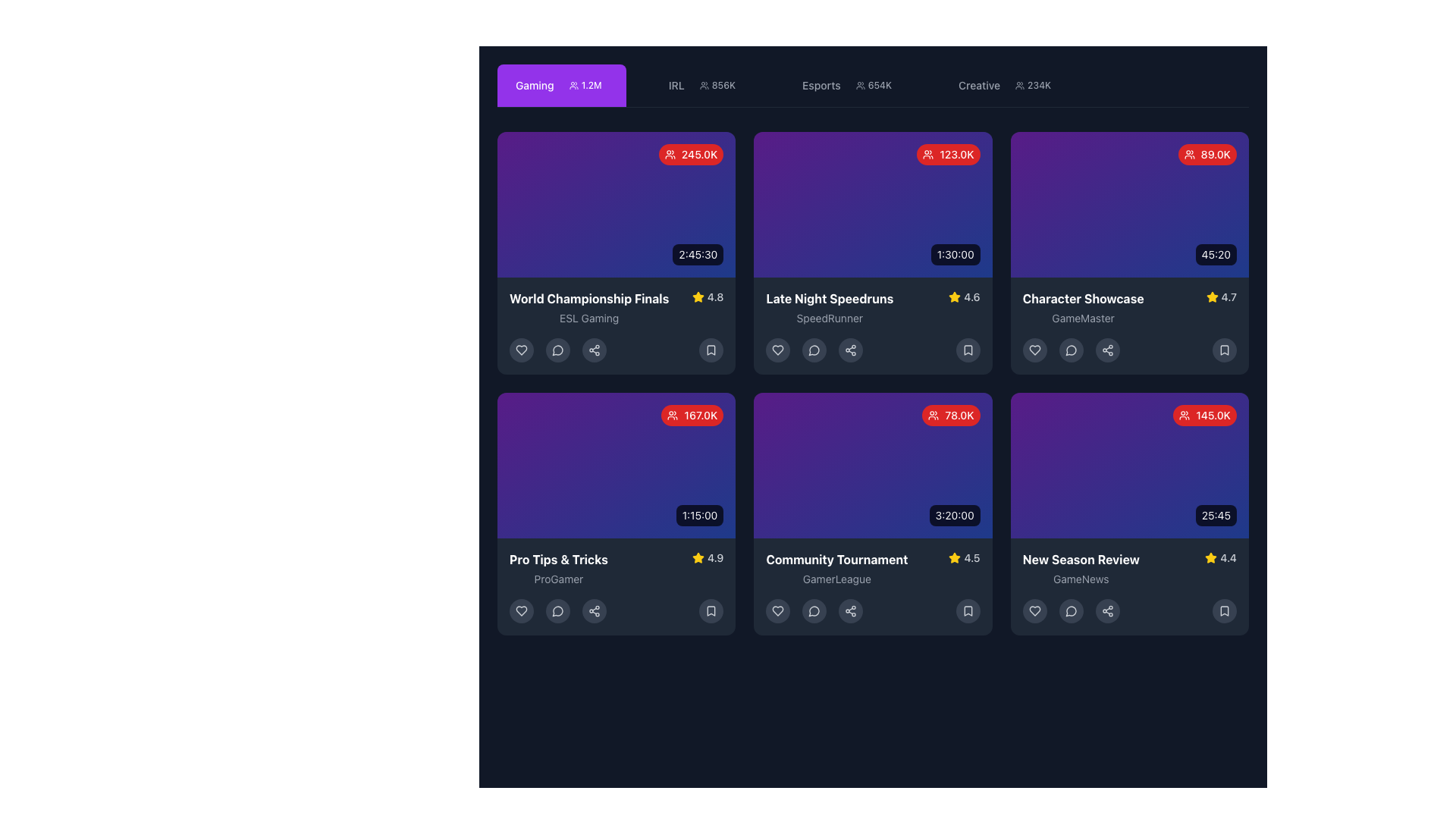  Describe the element at coordinates (692, 415) in the screenshot. I see `numeric value '167.0K' displayed on the compact, rounded badge with a red background and white text, located in the top-right corner of the 'Pro Tips & Tricks' card` at that location.